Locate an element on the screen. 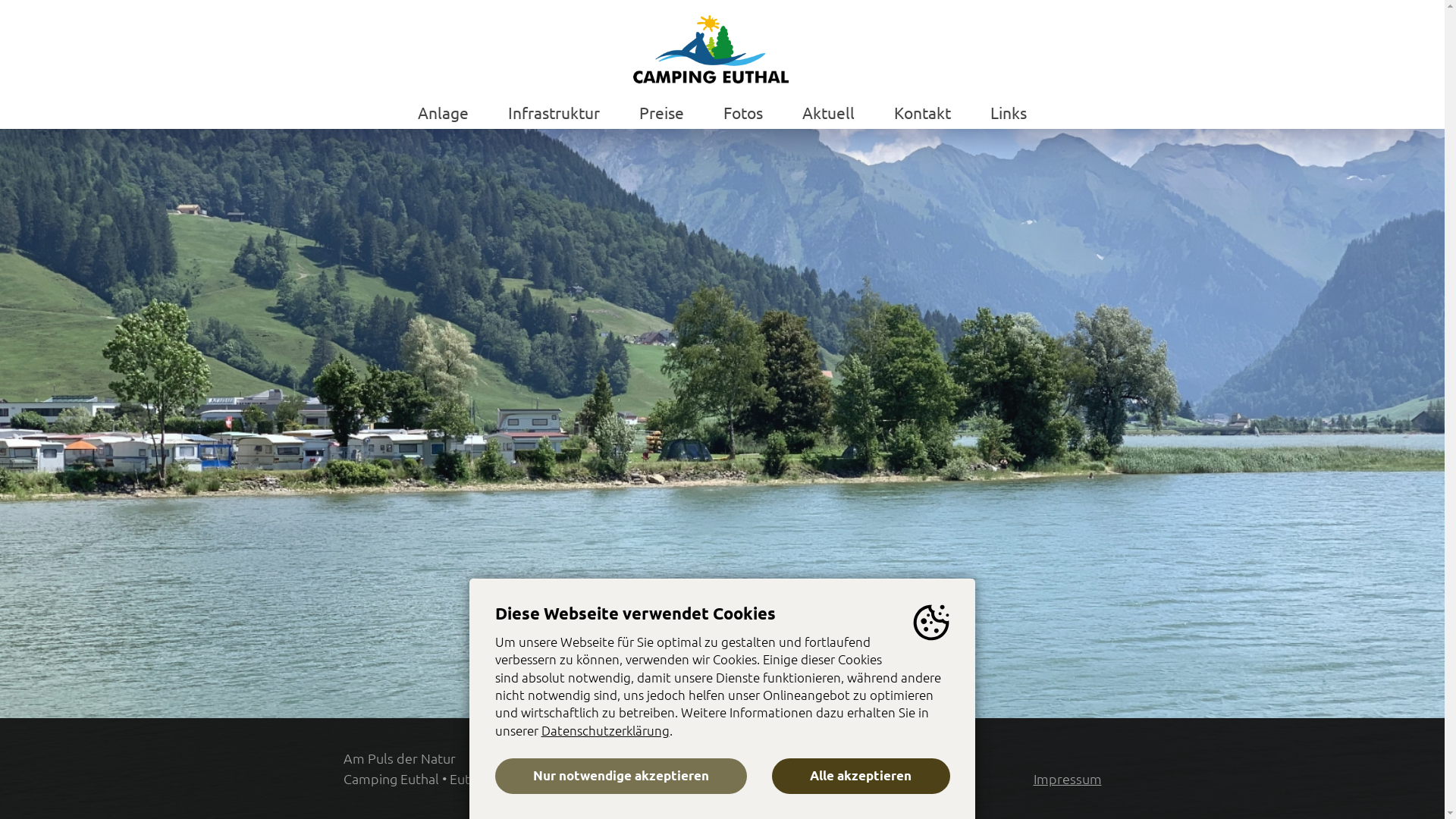  'Aktuell' is located at coordinates (827, 111).